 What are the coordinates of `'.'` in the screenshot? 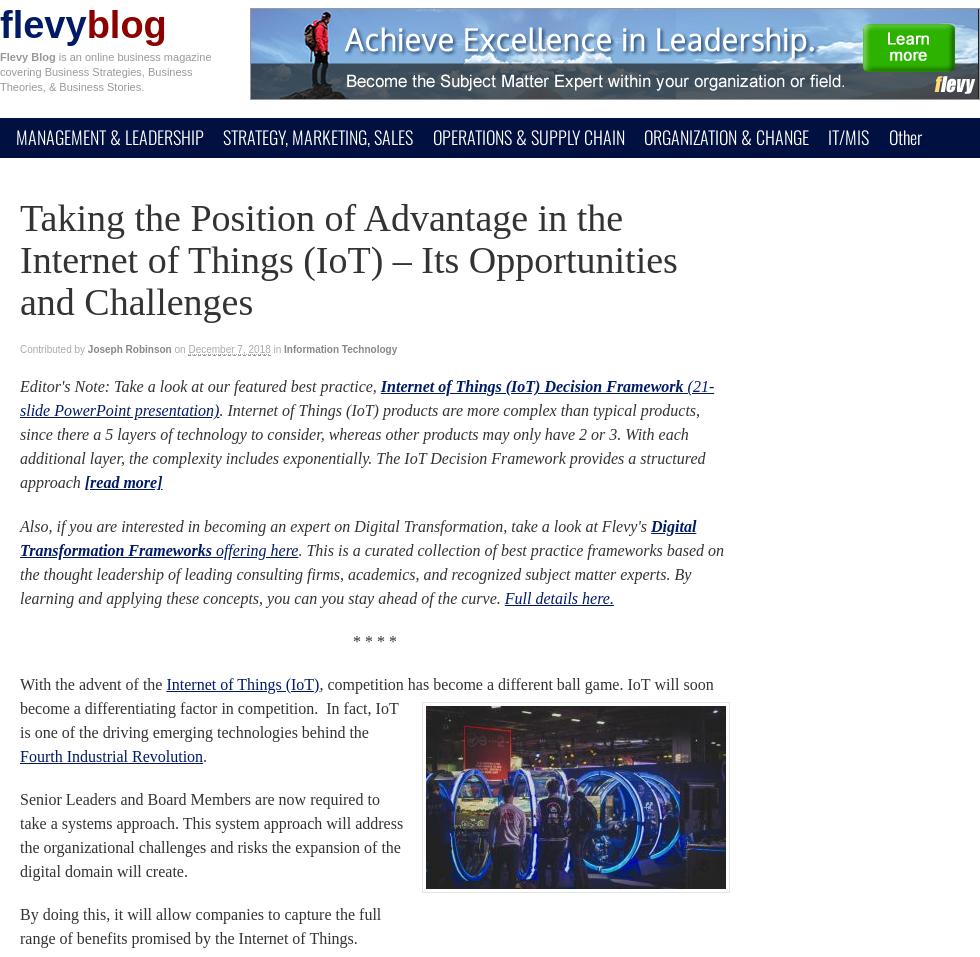 It's located at (205, 755).